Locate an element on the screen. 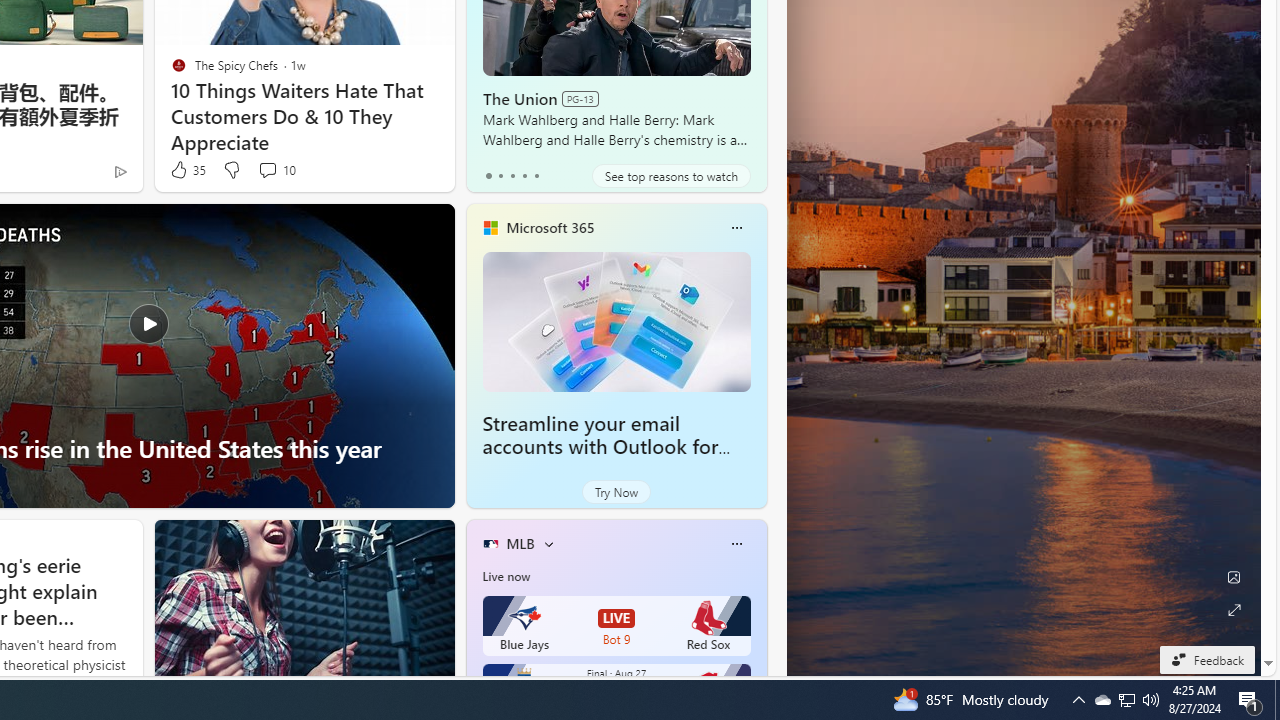 This screenshot has height=720, width=1280. 'Try Now' is located at coordinates (615, 492).